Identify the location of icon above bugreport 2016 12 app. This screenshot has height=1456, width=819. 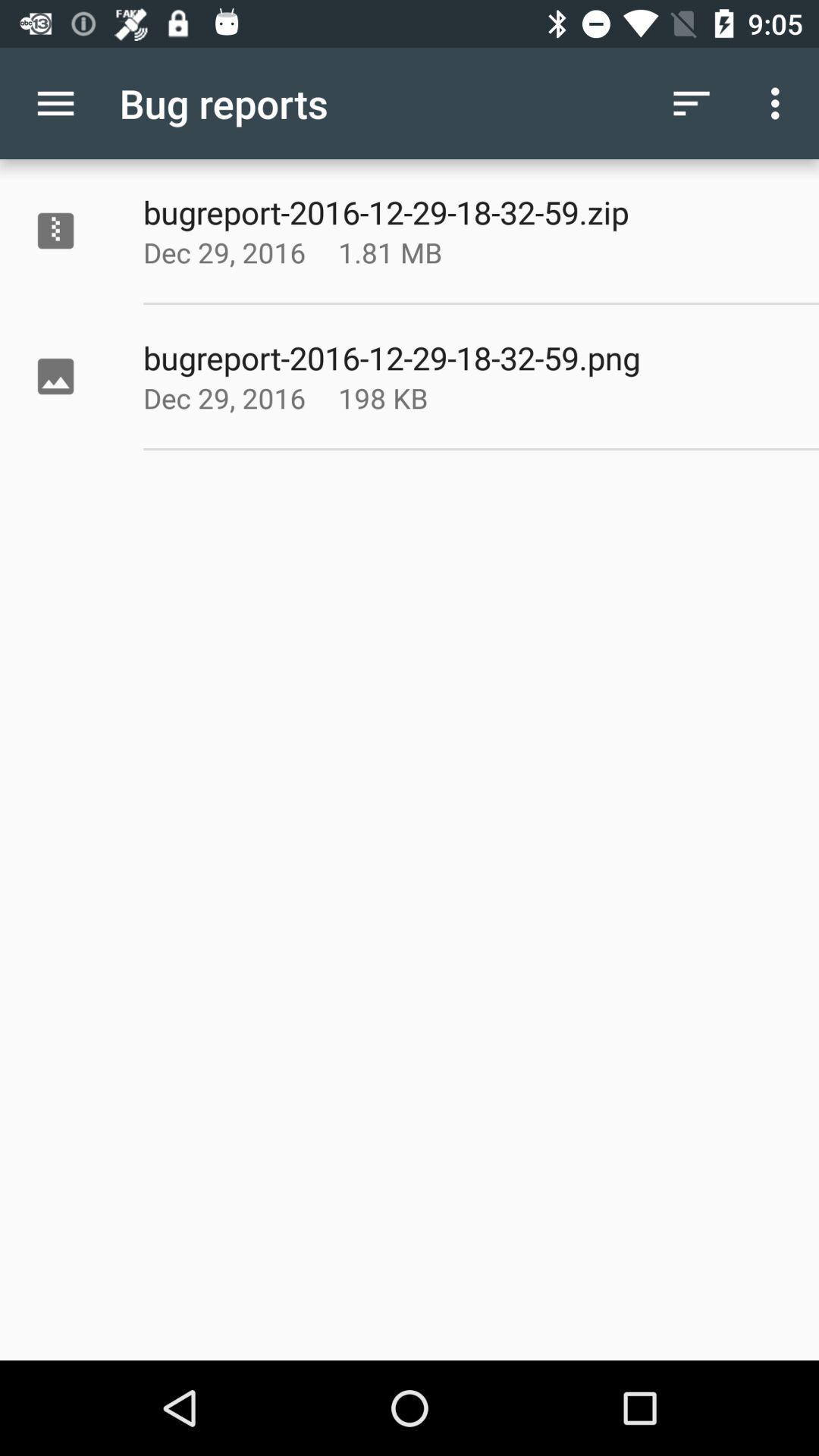
(779, 102).